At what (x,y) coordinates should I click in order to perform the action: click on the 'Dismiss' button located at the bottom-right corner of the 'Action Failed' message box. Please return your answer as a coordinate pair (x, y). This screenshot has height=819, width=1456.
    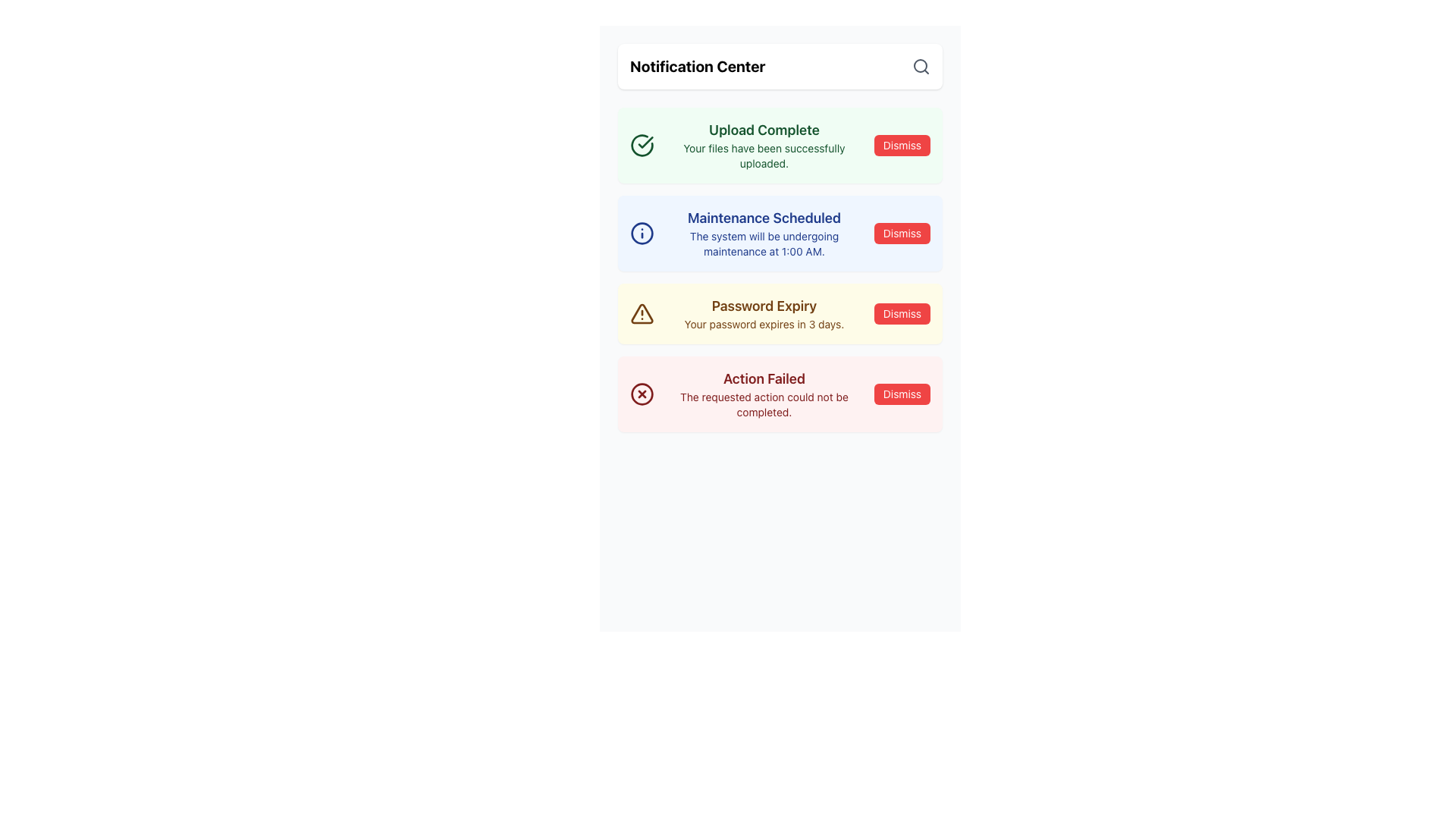
    Looking at the image, I should click on (902, 394).